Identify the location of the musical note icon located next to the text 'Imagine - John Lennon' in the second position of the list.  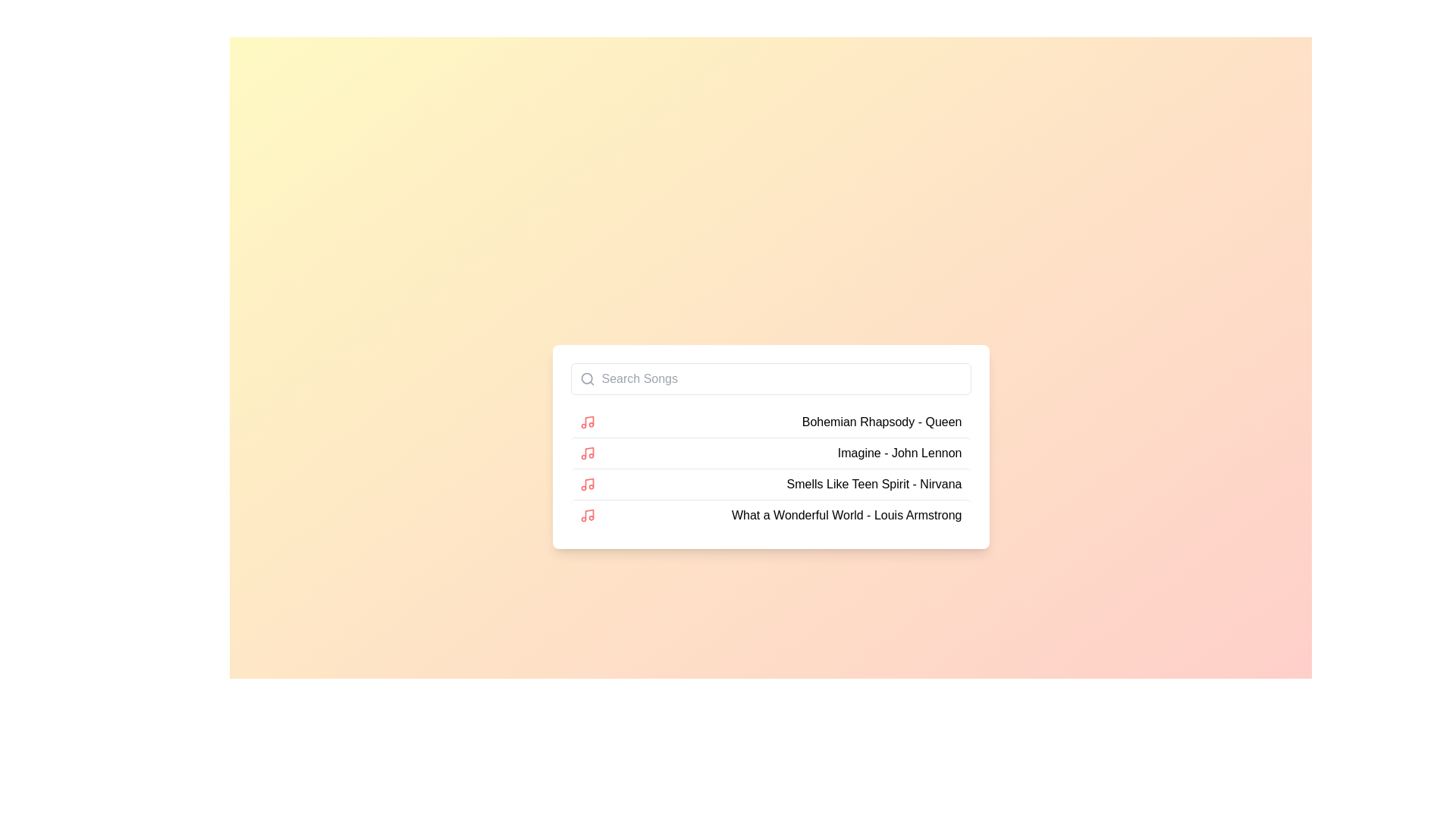
(588, 451).